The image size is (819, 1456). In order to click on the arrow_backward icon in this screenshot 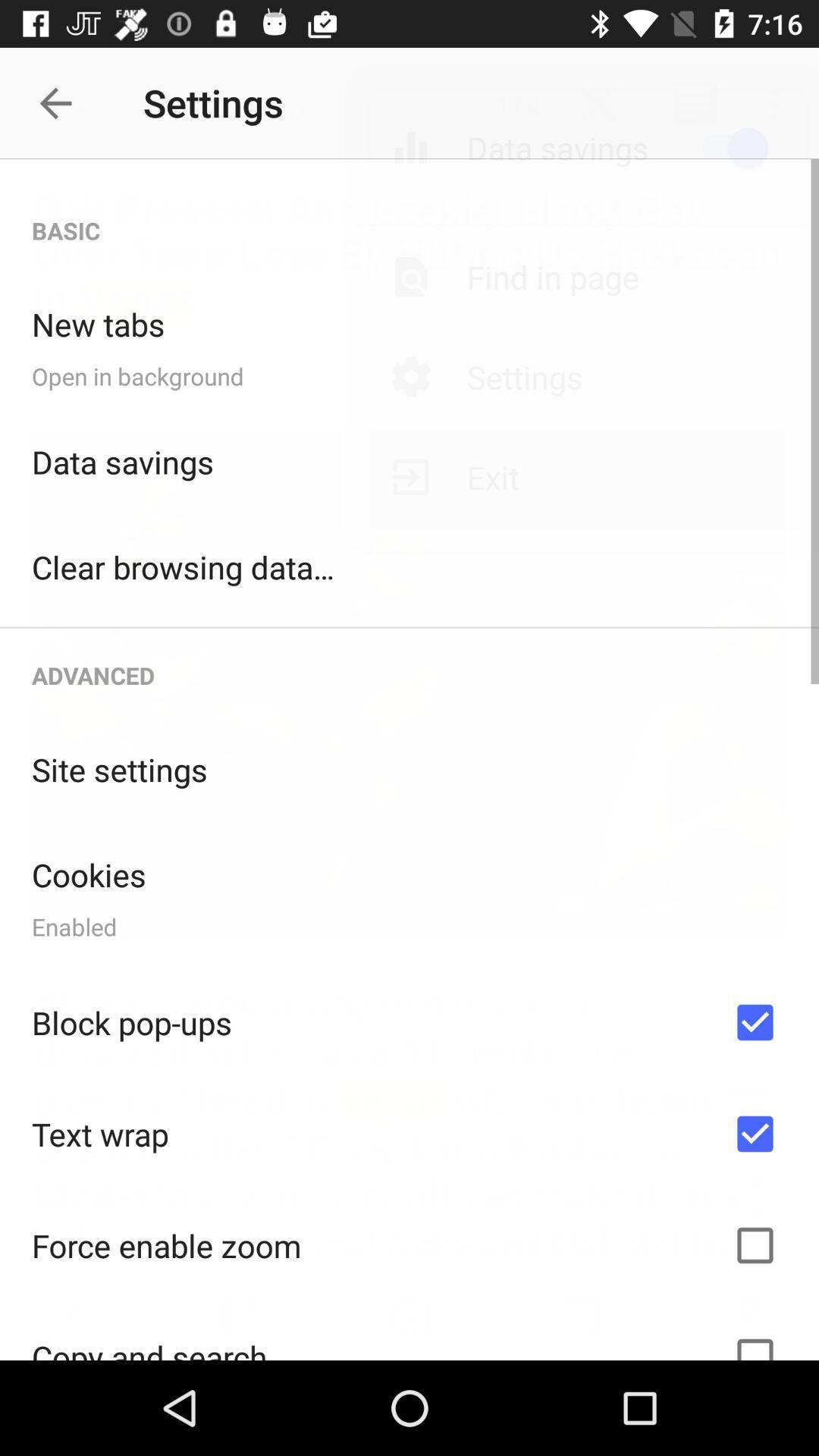, I will do `click(63, 102)`.